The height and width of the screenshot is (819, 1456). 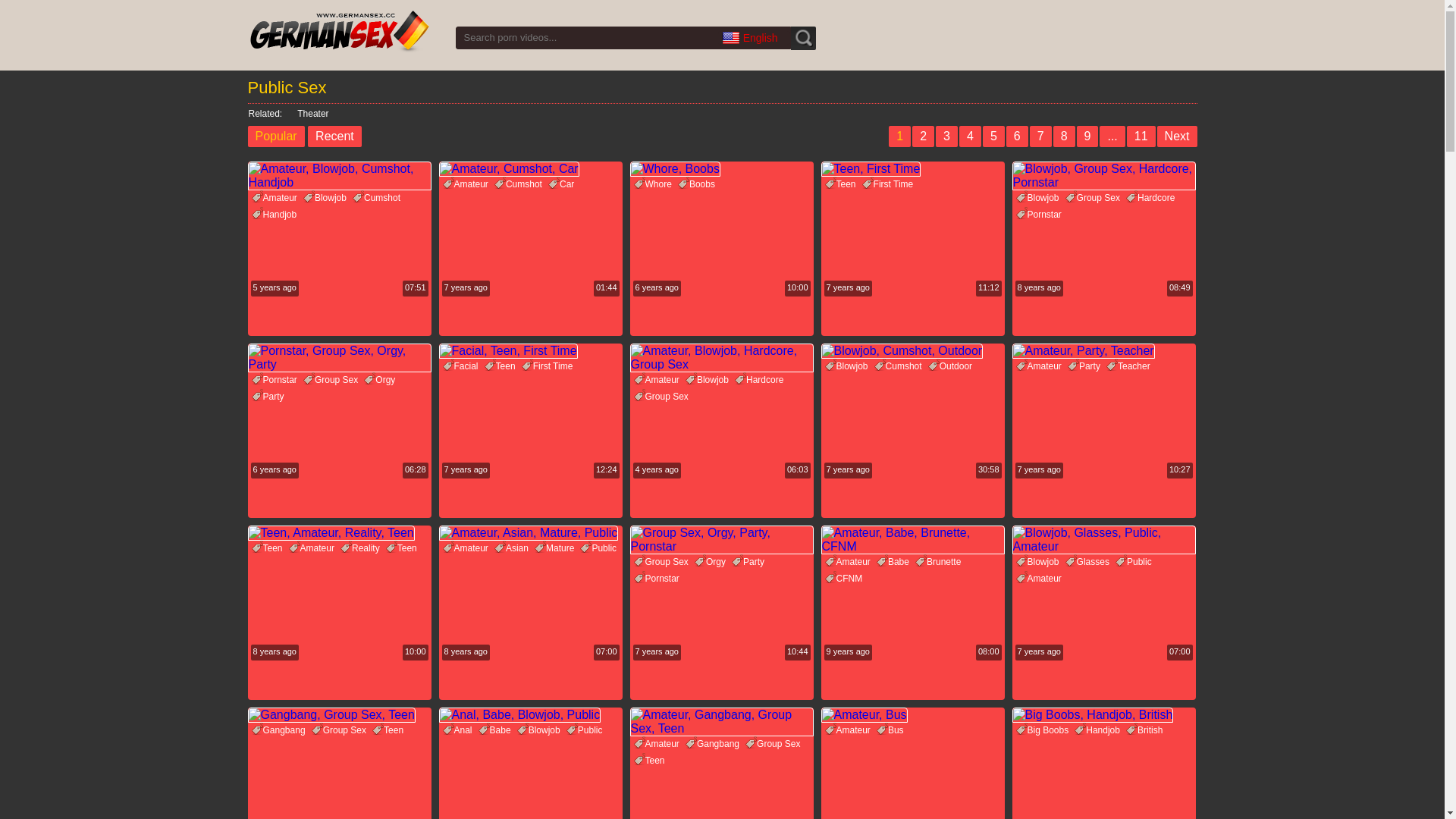 I want to click on 'Group Sex', so click(x=340, y=730).